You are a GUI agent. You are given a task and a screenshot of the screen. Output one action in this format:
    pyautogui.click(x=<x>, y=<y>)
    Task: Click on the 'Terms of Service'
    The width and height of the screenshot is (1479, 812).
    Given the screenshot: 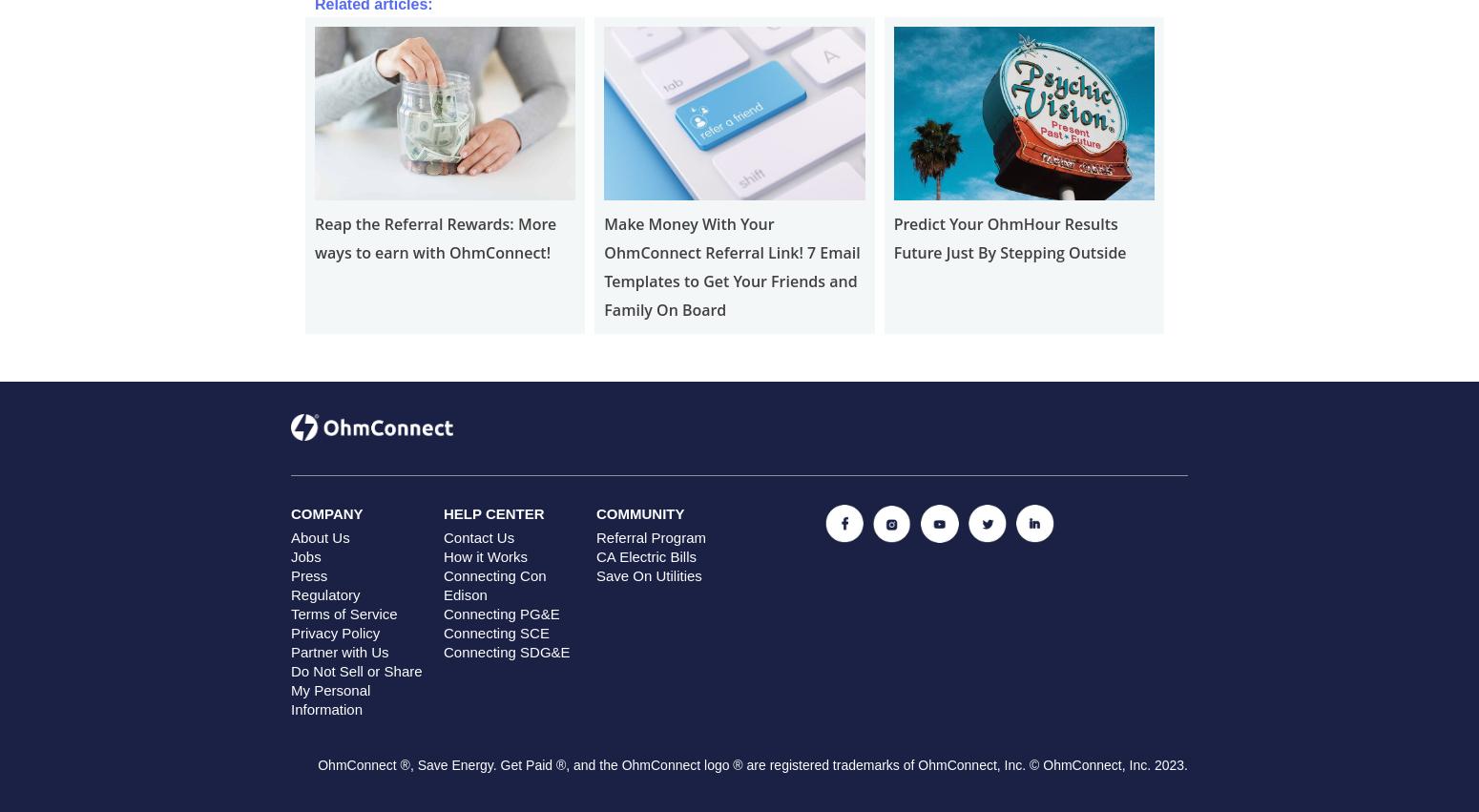 What is the action you would take?
    pyautogui.click(x=291, y=613)
    